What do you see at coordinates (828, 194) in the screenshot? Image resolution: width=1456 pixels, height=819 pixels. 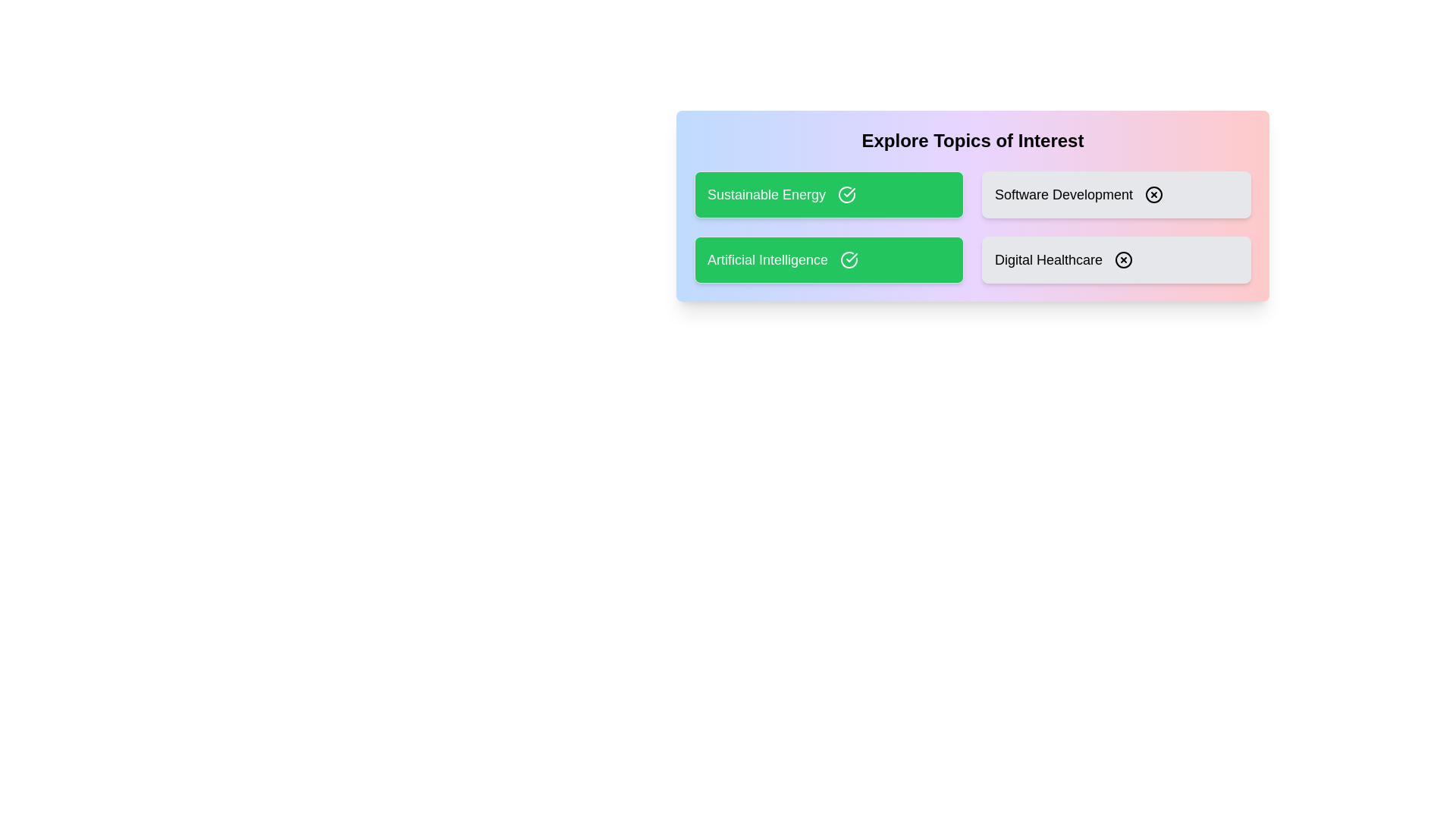 I see `the topic card labeled Sustainable Energy to toggle its selection state` at bounding box center [828, 194].